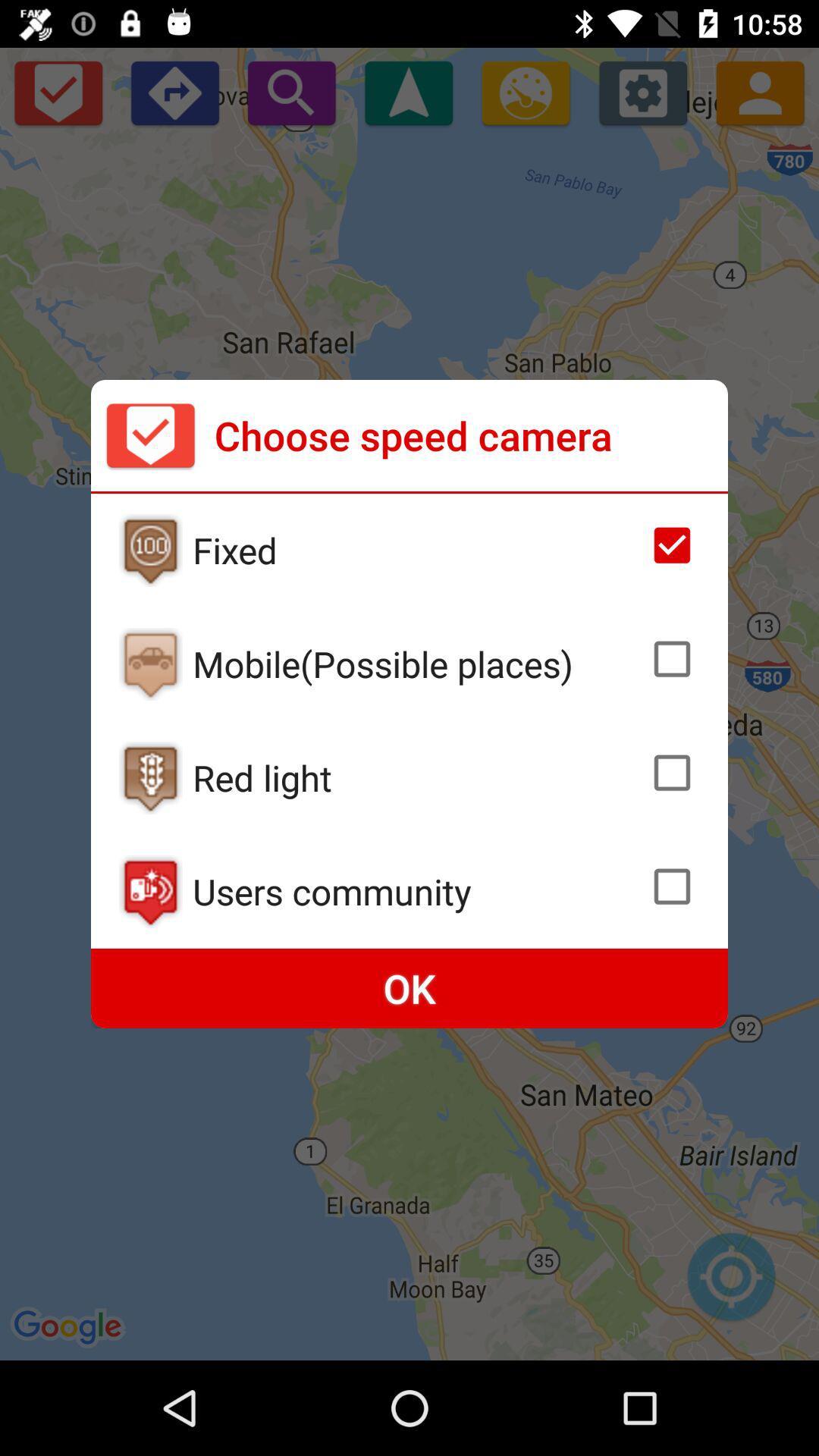  I want to click on mobile(possible places), so click(416, 664).